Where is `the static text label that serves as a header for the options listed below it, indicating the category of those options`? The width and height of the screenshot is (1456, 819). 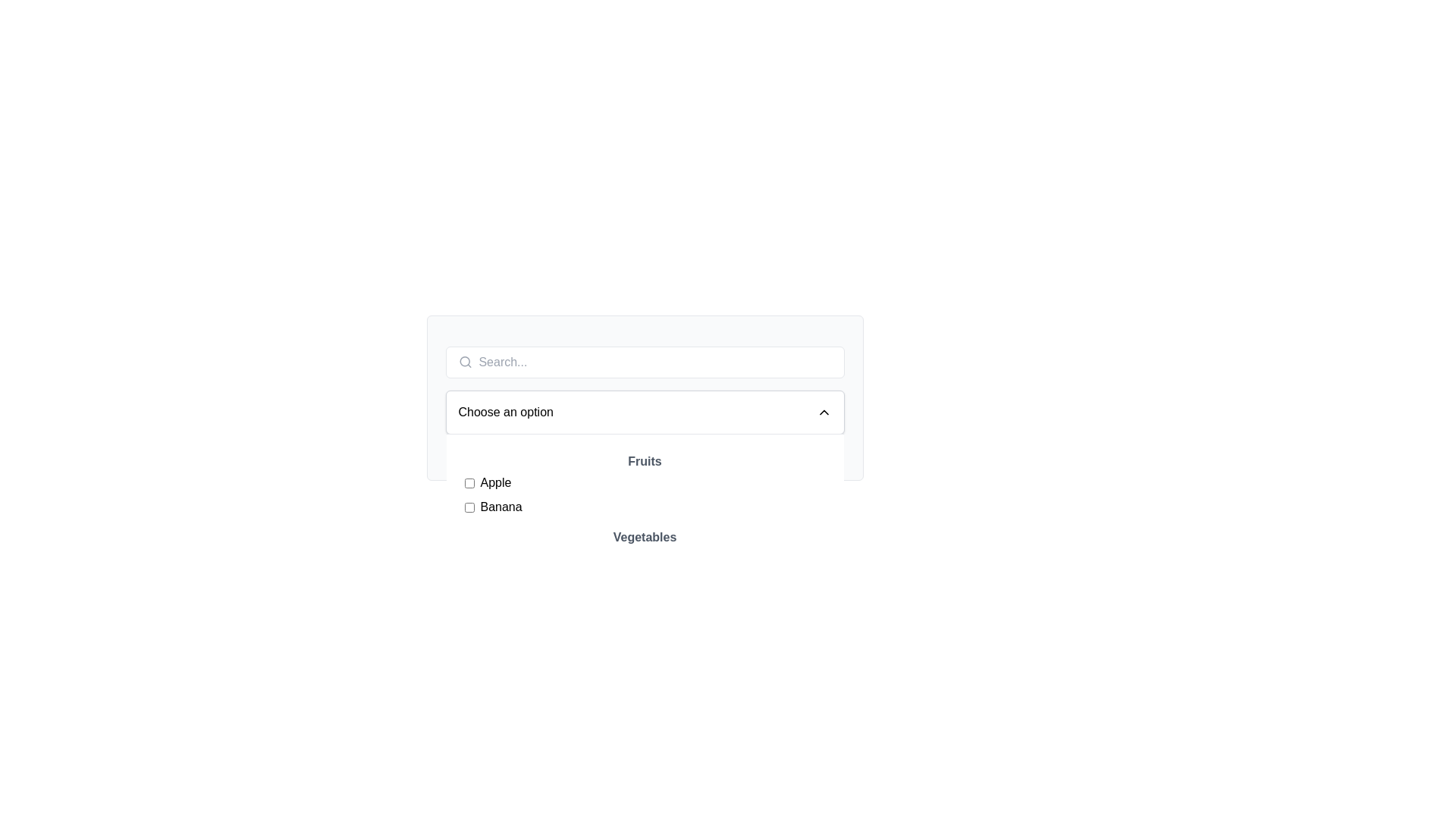 the static text label that serves as a header for the options listed below it, indicating the category of those options is located at coordinates (645, 461).